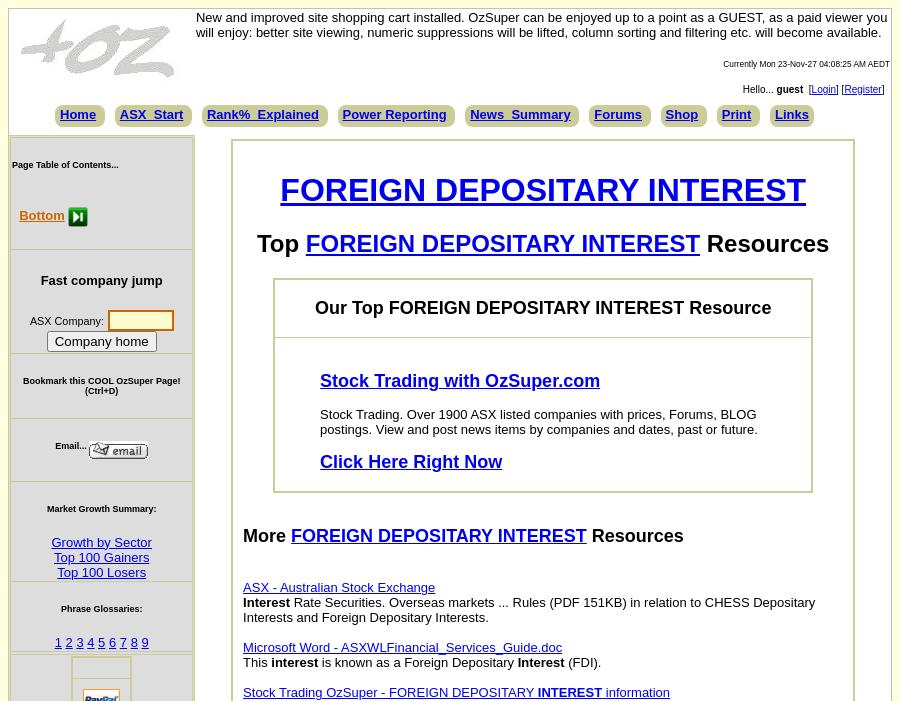  What do you see at coordinates (67, 641) in the screenshot?
I see `'2'` at bounding box center [67, 641].